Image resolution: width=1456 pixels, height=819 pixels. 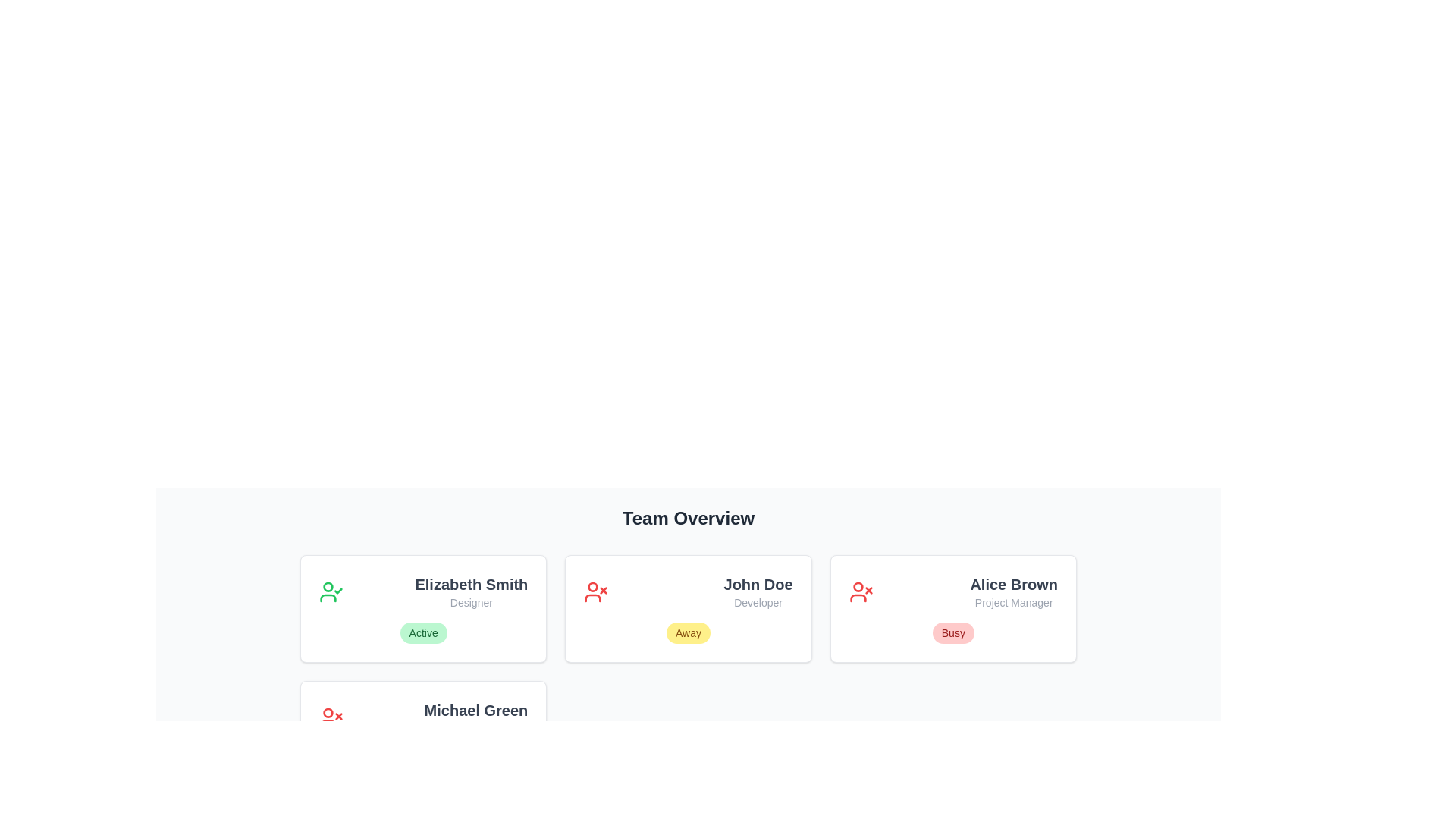 I want to click on the Text label that identifies the profile or user, located at the bottom-left section of the interface, so click(x=475, y=711).